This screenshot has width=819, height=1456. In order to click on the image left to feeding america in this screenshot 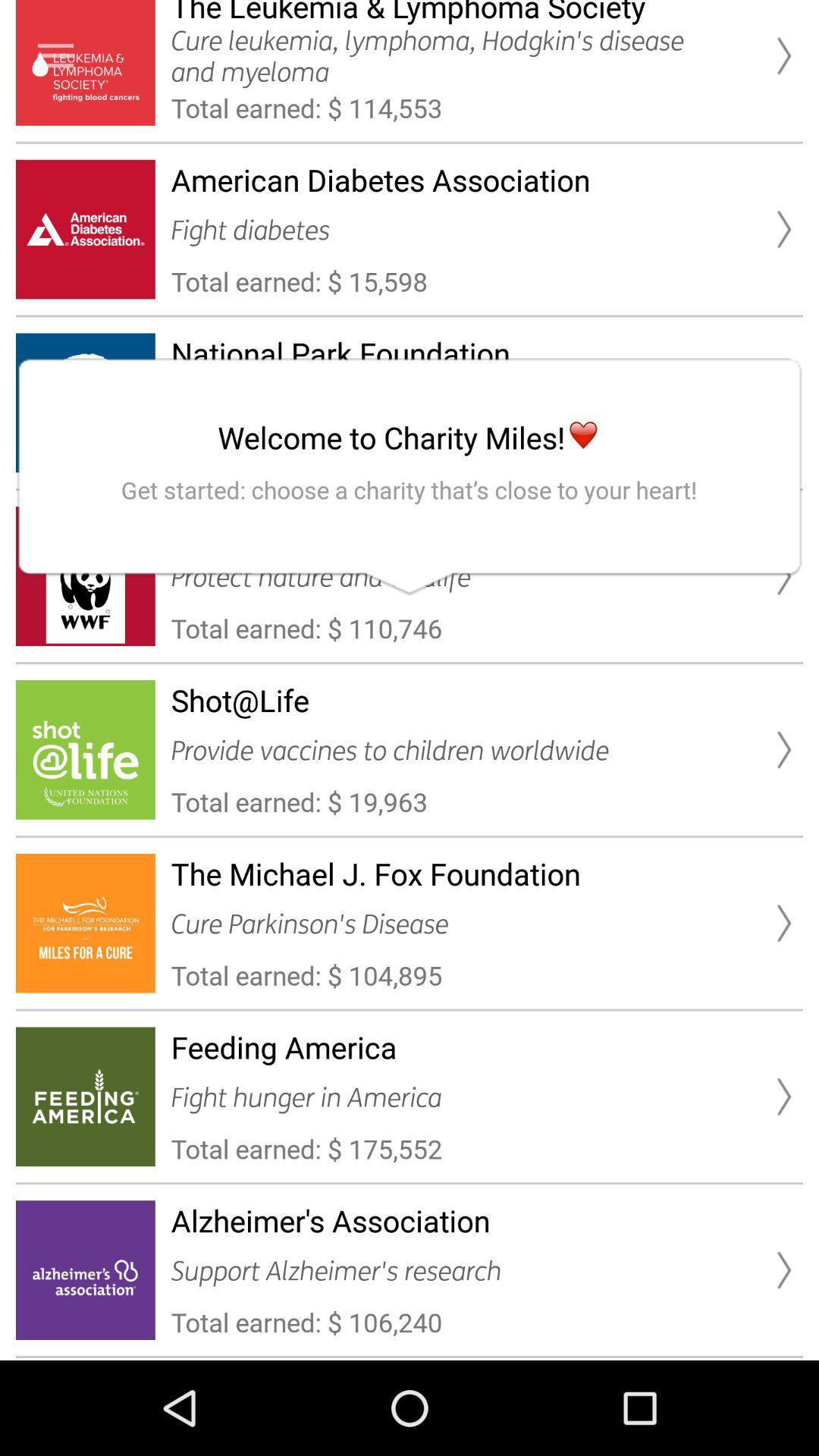, I will do `click(85, 1097)`.